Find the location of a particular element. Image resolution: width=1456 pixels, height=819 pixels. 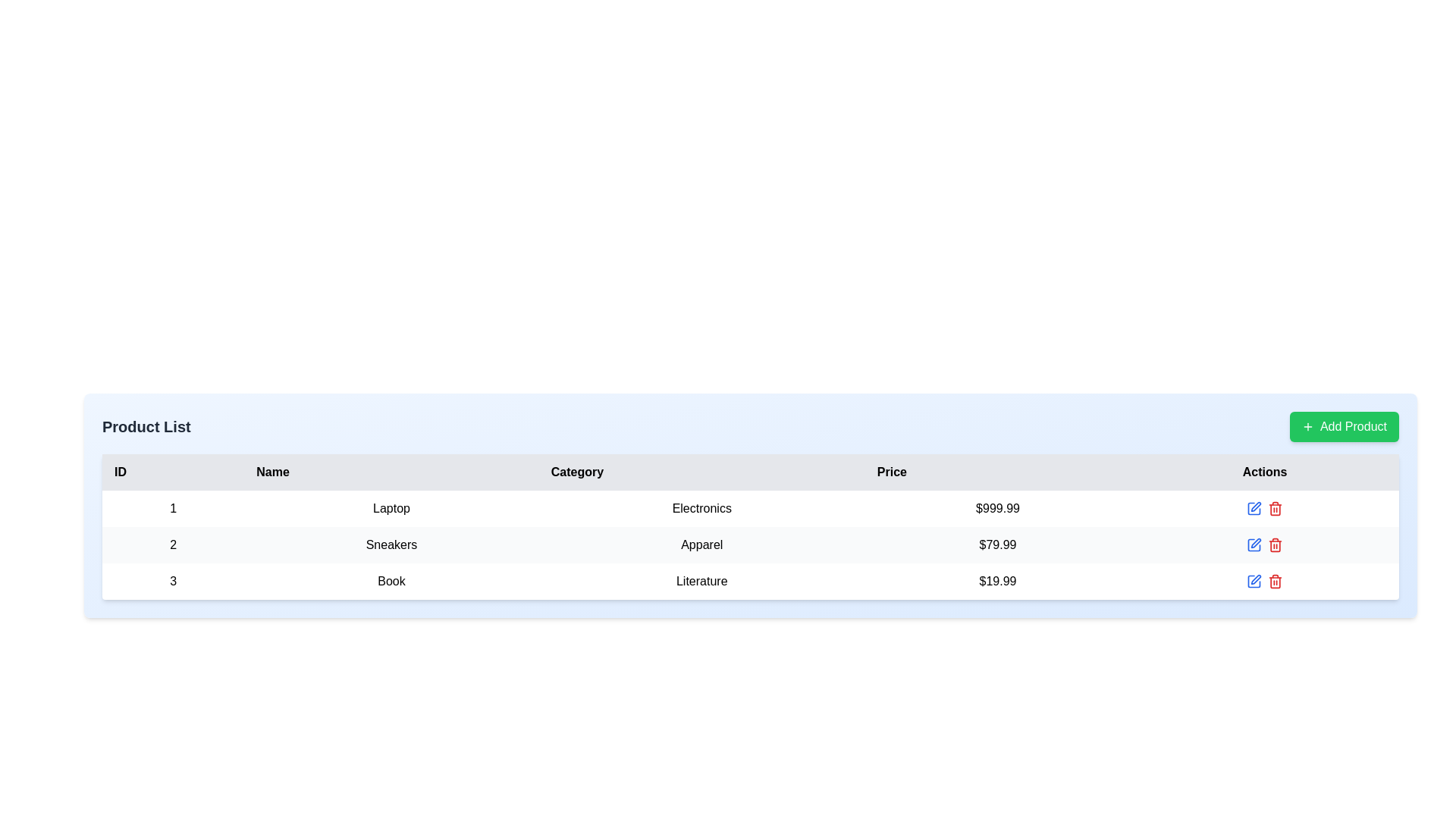

the 'Actions' column header text label, which is the last column in the table header, located to the far right and aligned above action-related elements is located at coordinates (1265, 472).